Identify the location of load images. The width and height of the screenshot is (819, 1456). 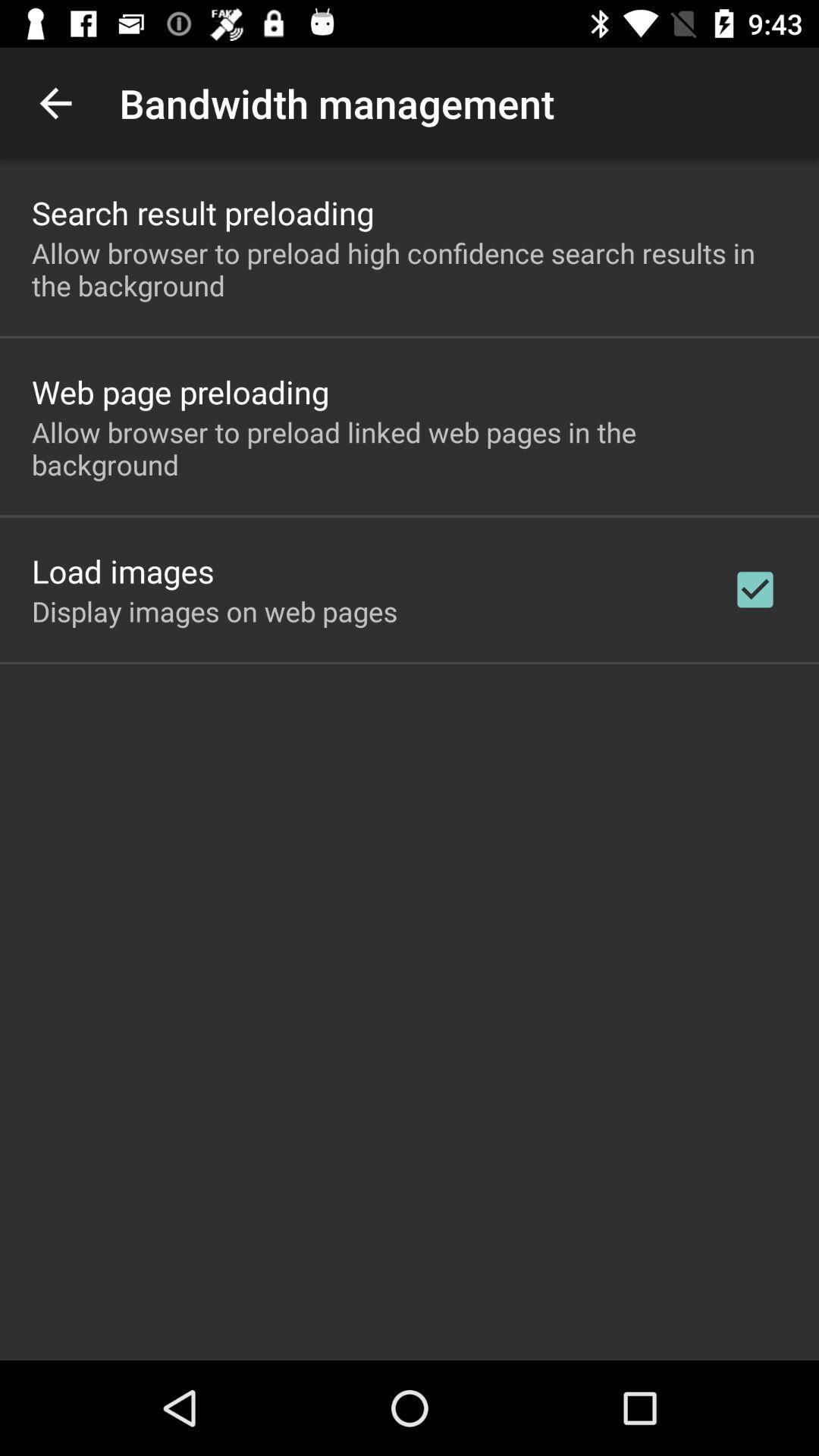
(122, 570).